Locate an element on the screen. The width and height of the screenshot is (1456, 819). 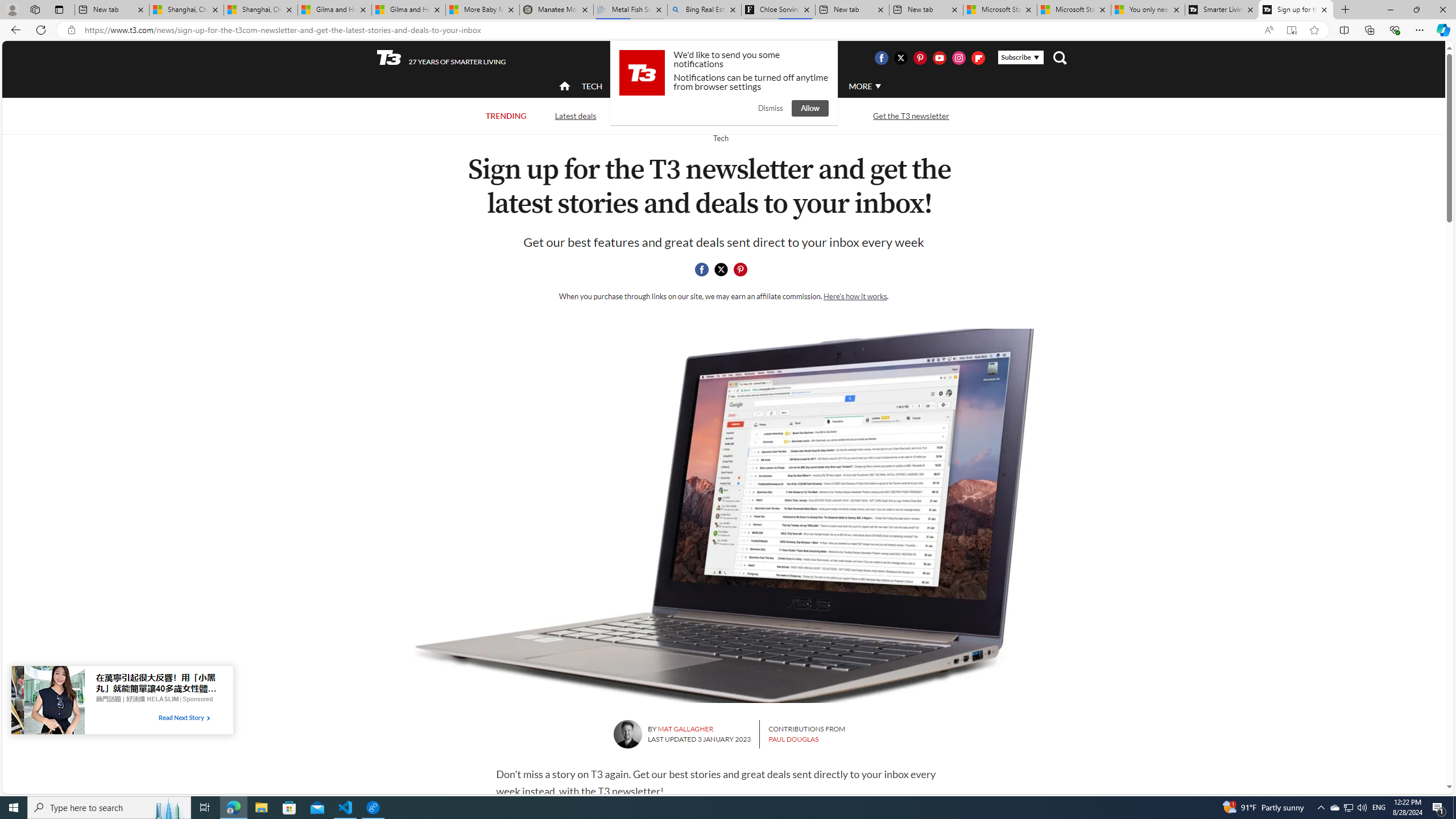
'Streaming TV and movies' is located at coordinates (788, 115).